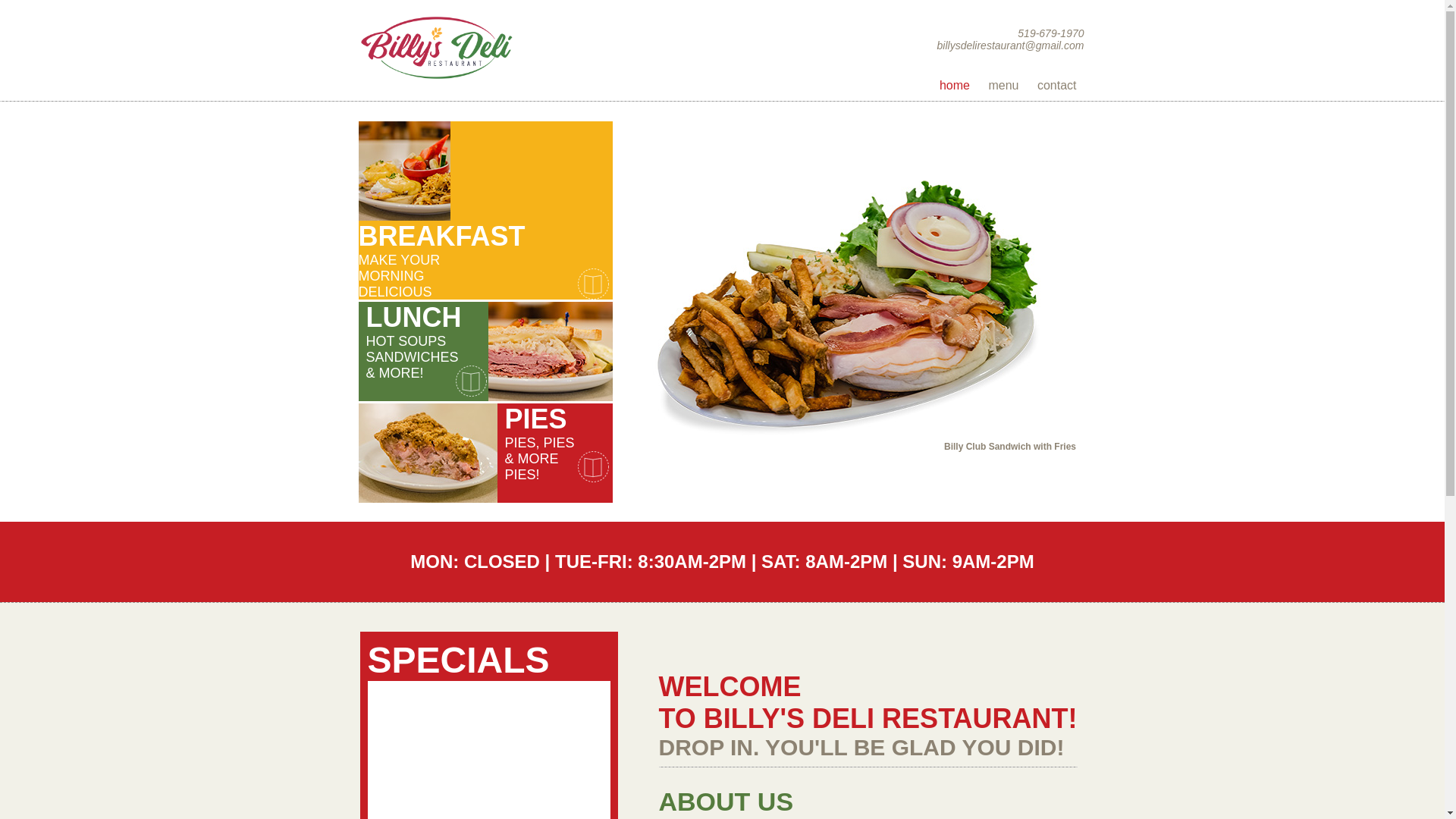  Describe the element at coordinates (1011, 45) in the screenshot. I see `'billysdelirestaurant@gmail.com'` at that location.